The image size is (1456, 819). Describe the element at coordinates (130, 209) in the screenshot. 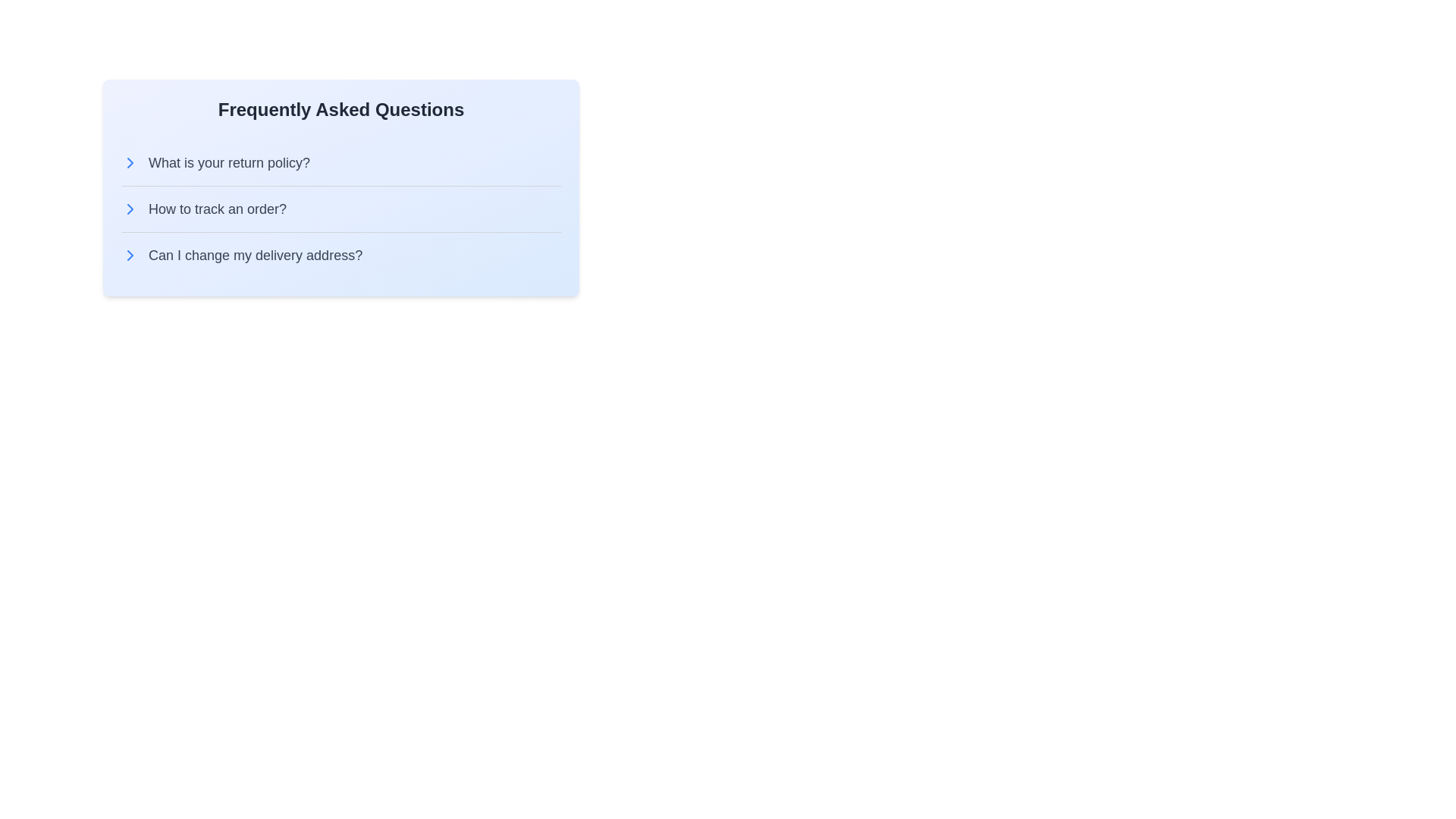

I see `the small rightward-pointing chevron icon located to the left of the text 'How to track an order?' in the Frequently Asked Questions section` at that location.